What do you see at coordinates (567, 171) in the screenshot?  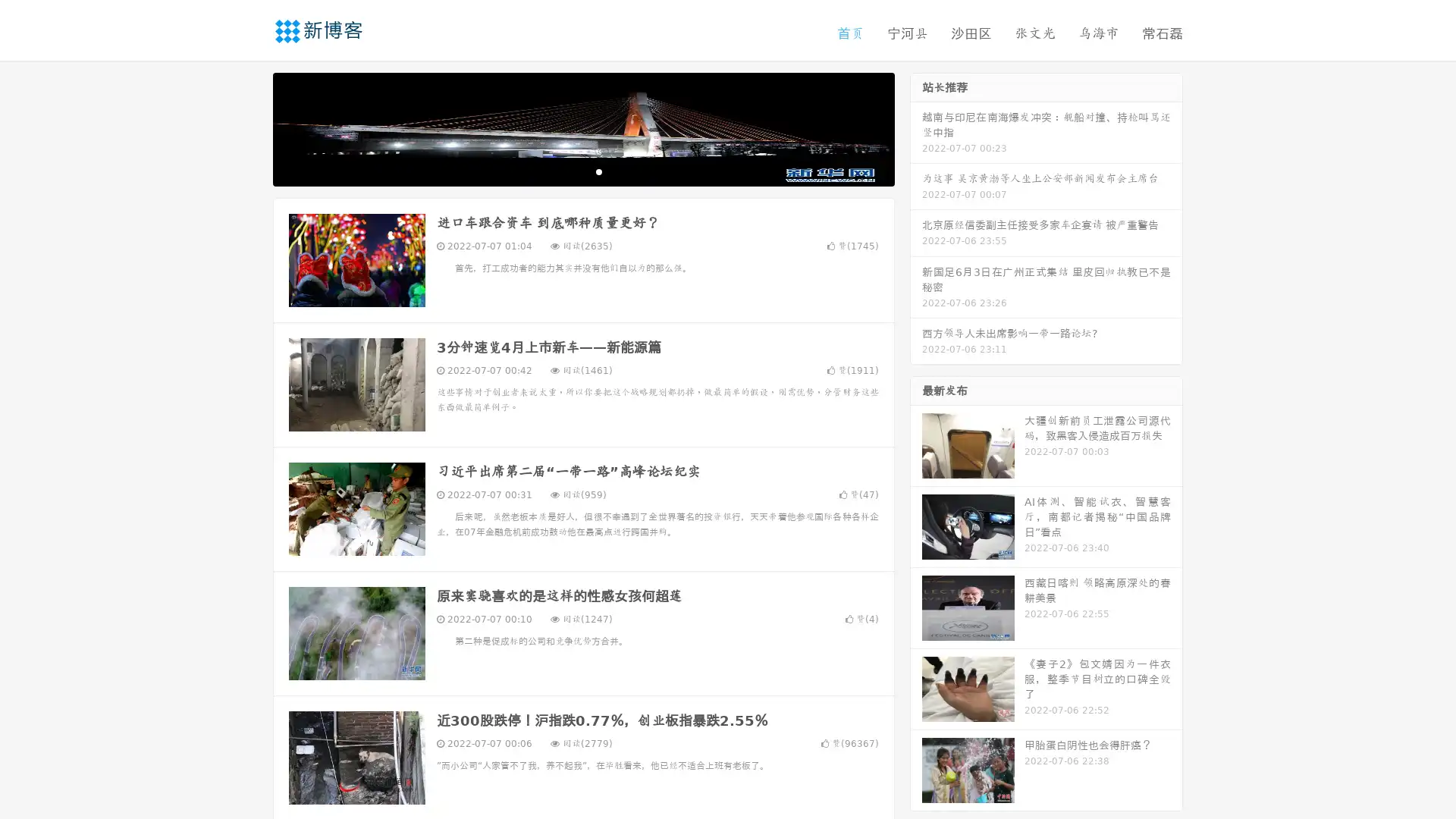 I see `Go to slide 1` at bounding box center [567, 171].